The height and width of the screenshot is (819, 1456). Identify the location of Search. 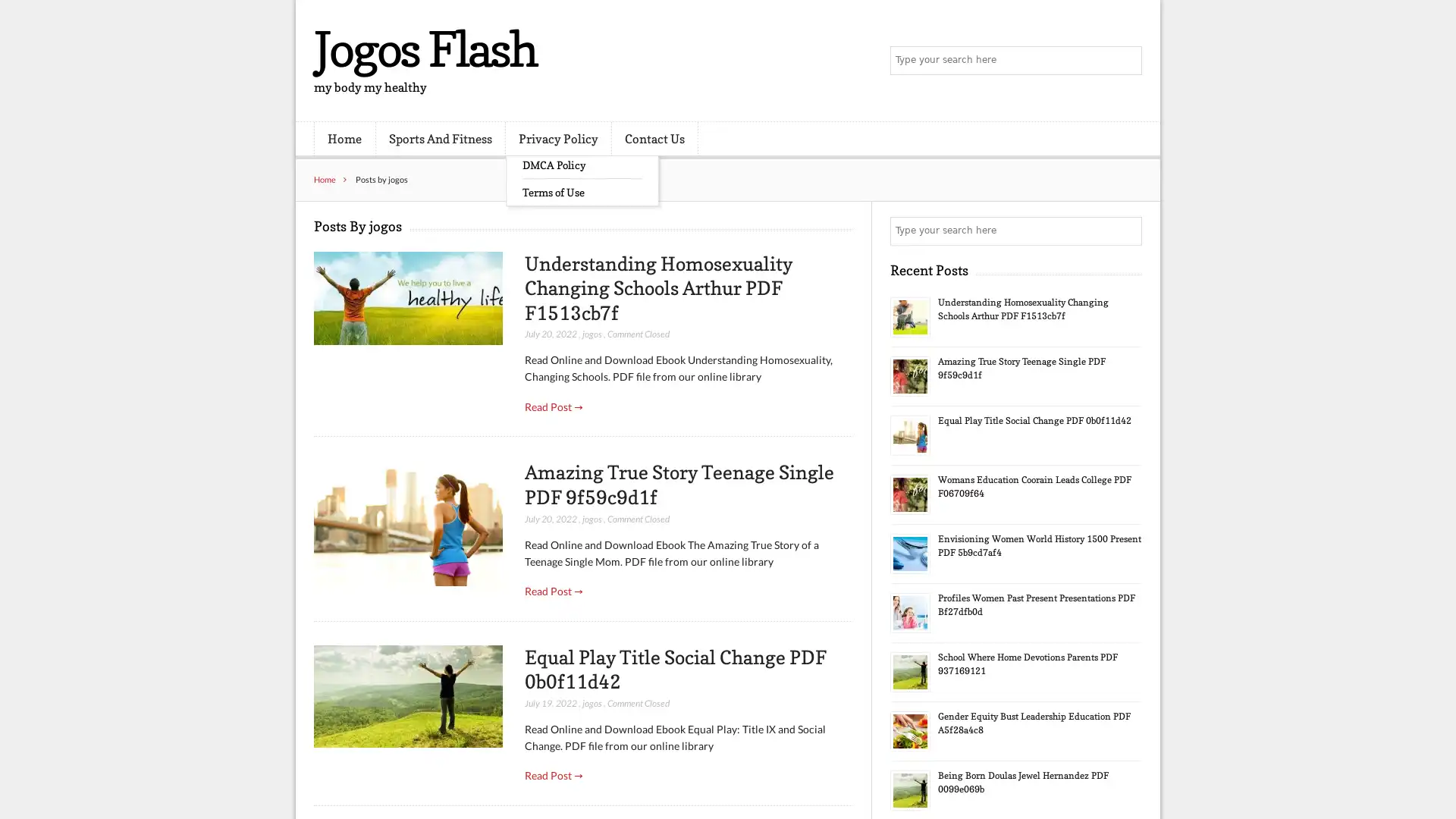
(1126, 231).